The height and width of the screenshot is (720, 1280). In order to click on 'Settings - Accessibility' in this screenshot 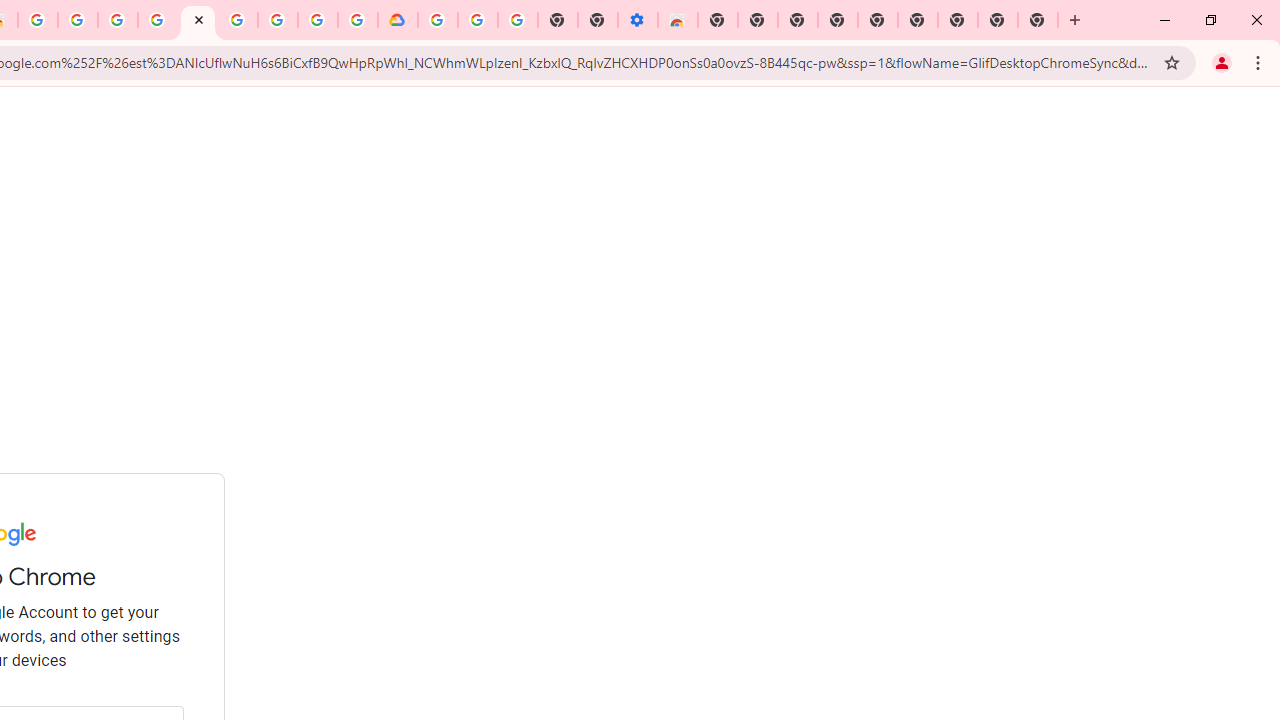, I will do `click(637, 20)`.